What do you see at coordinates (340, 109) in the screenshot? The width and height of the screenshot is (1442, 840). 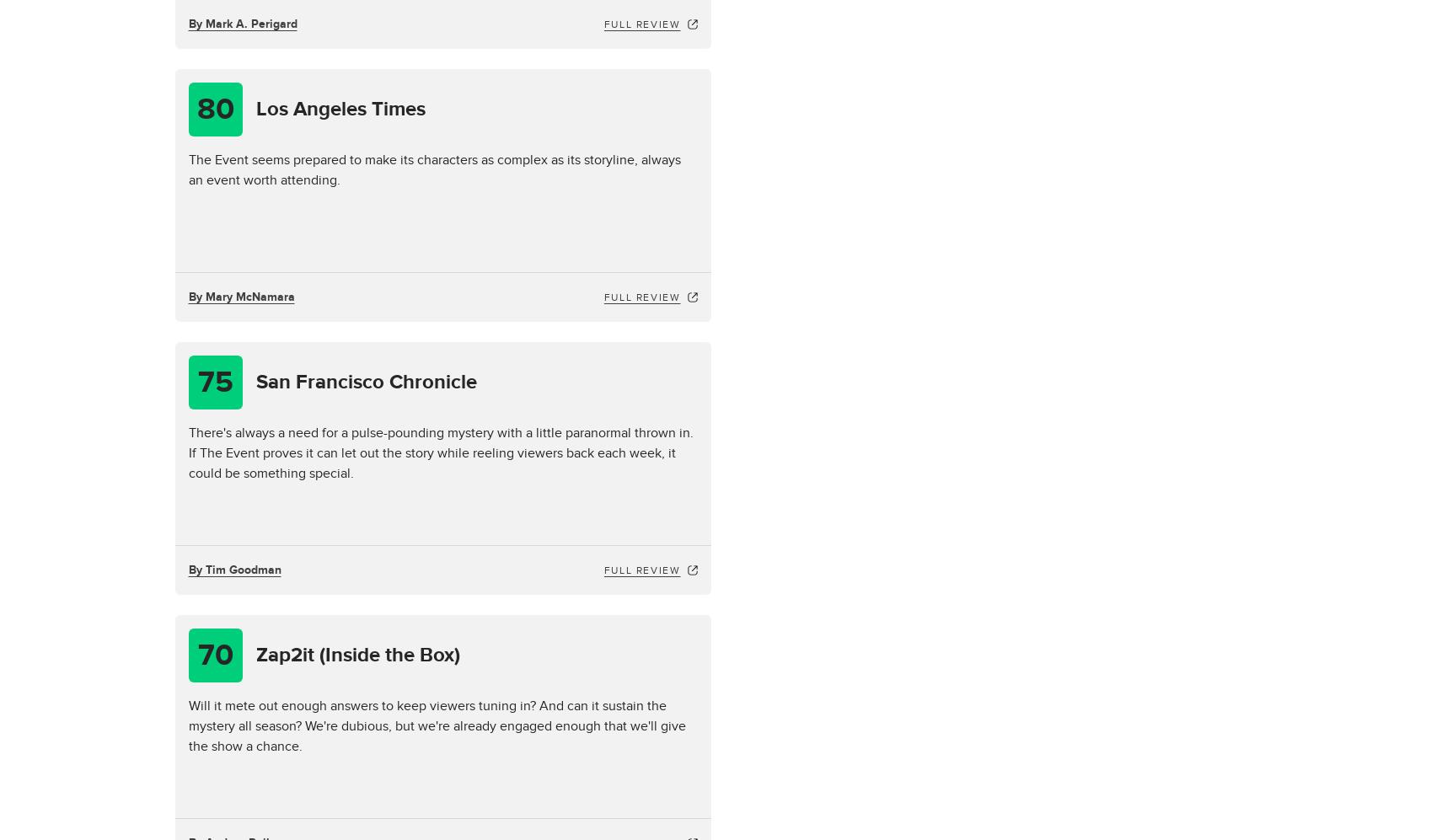 I see `'Los Angeles Times'` at bounding box center [340, 109].